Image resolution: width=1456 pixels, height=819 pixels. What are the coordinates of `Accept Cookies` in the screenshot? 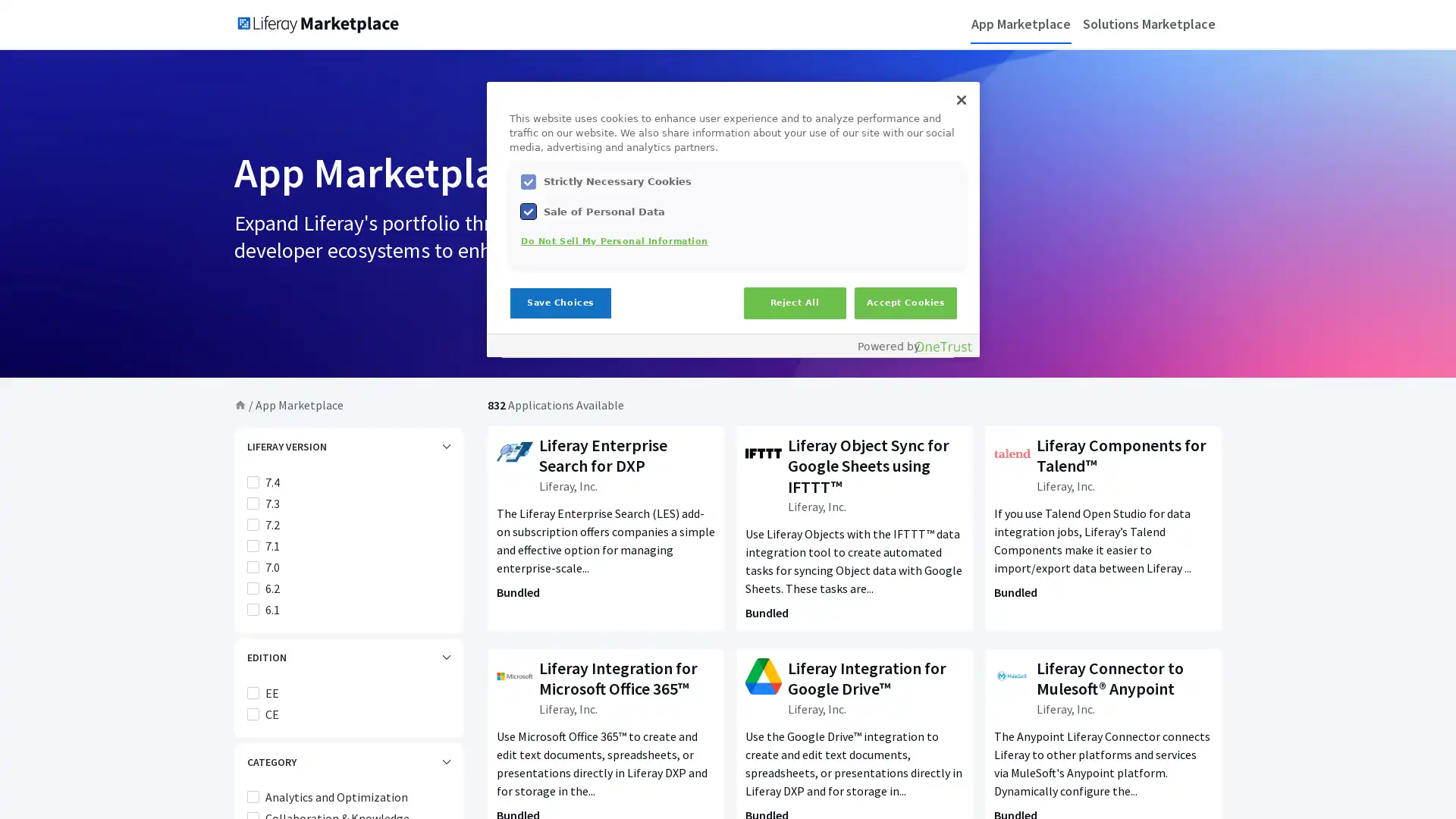 It's located at (905, 302).